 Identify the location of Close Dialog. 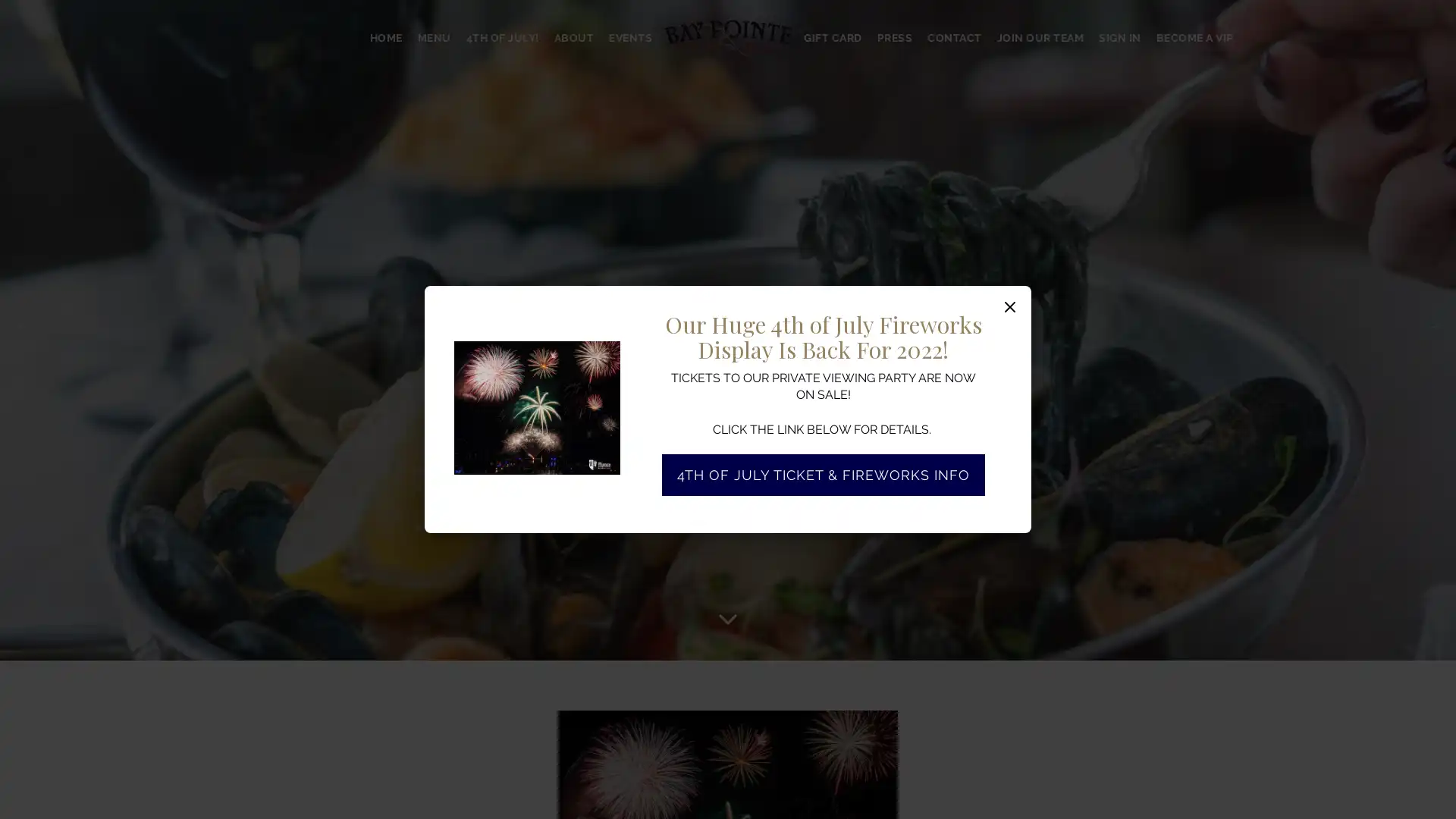
(1010, 306).